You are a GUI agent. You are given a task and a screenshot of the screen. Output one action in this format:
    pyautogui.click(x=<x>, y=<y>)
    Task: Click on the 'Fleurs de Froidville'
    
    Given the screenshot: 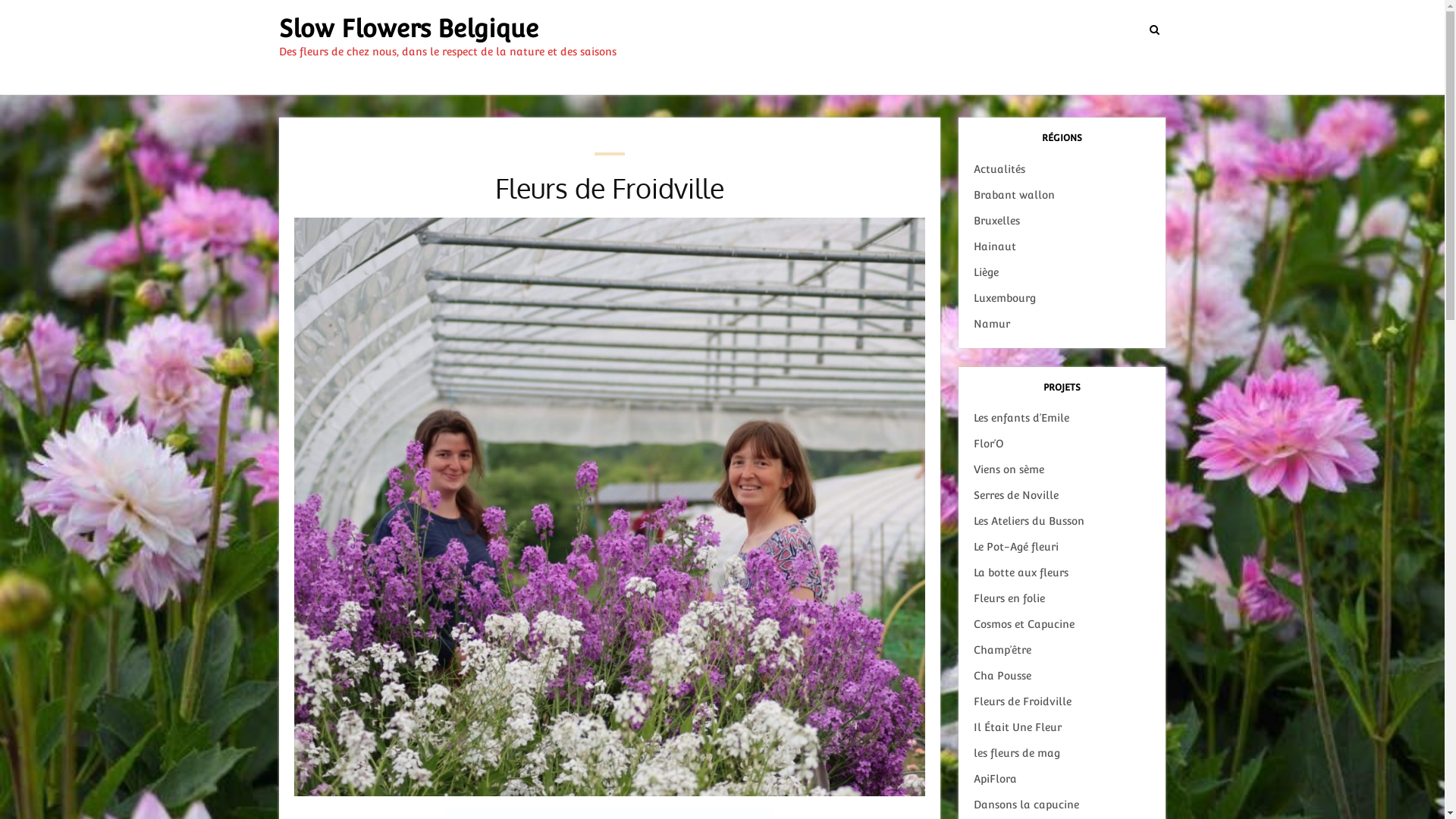 What is the action you would take?
    pyautogui.click(x=1022, y=701)
    